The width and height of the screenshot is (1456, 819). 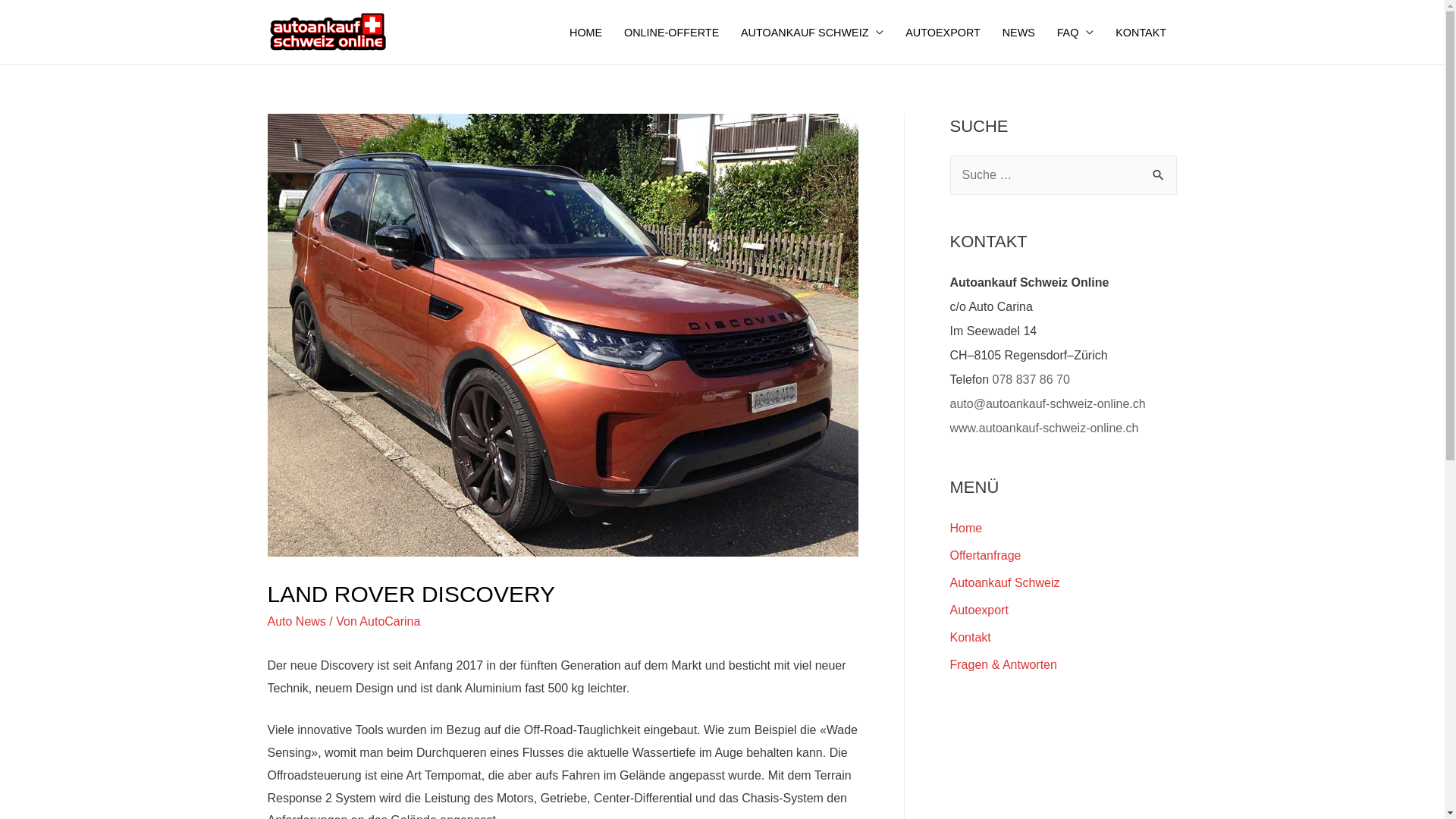 What do you see at coordinates (1141, 32) in the screenshot?
I see `'KONTAKT'` at bounding box center [1141, 32].